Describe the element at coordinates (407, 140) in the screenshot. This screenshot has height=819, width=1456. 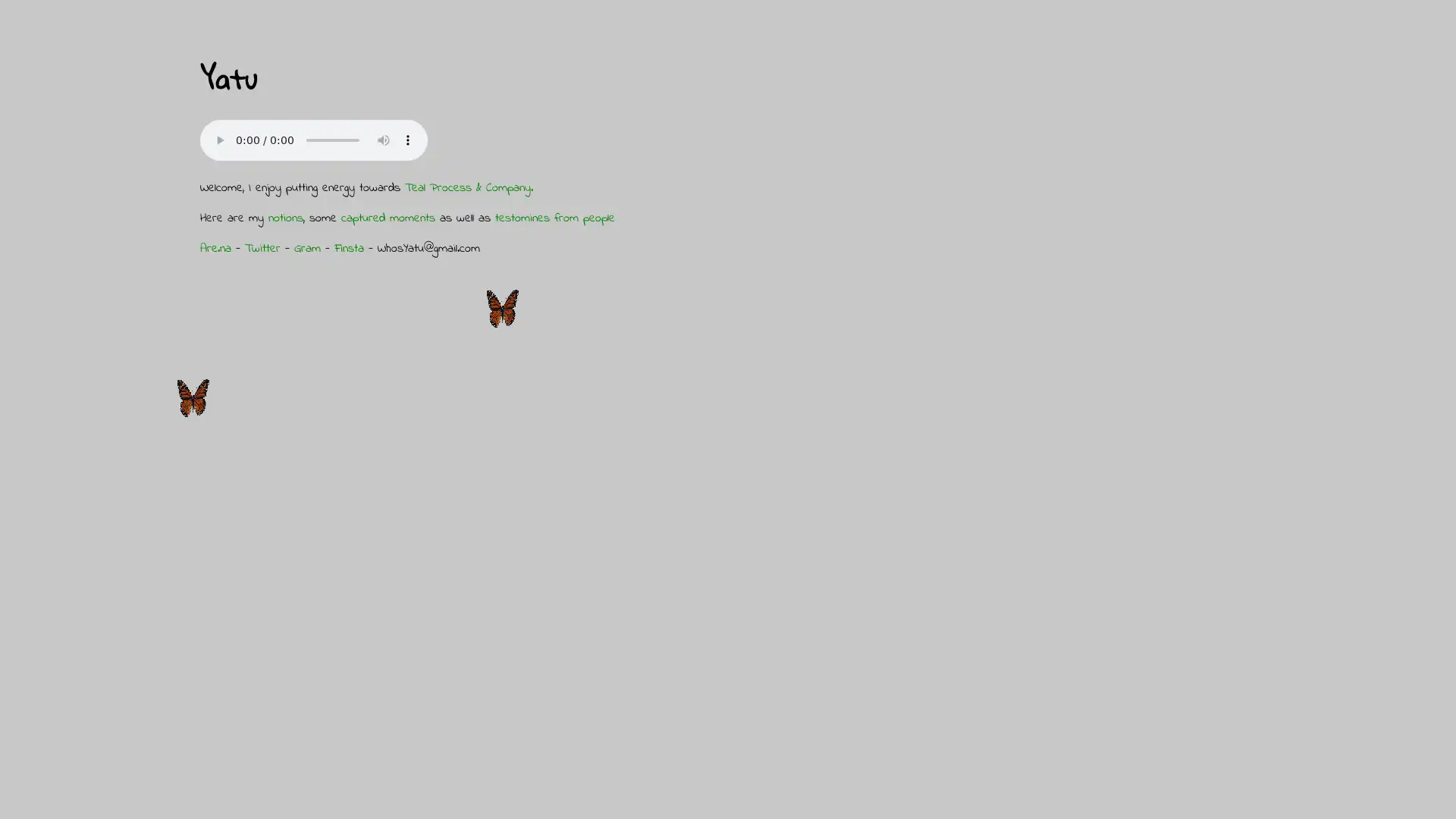
I see `show more media controls` at that location.